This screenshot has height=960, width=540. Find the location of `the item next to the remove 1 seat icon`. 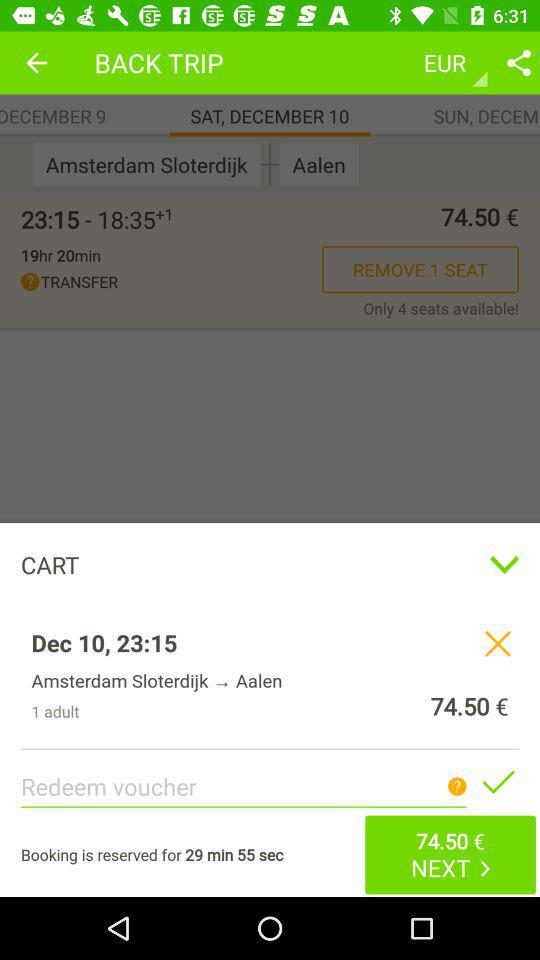

the item next to the remove 1 seat icon is located at coordinates (60, 254).